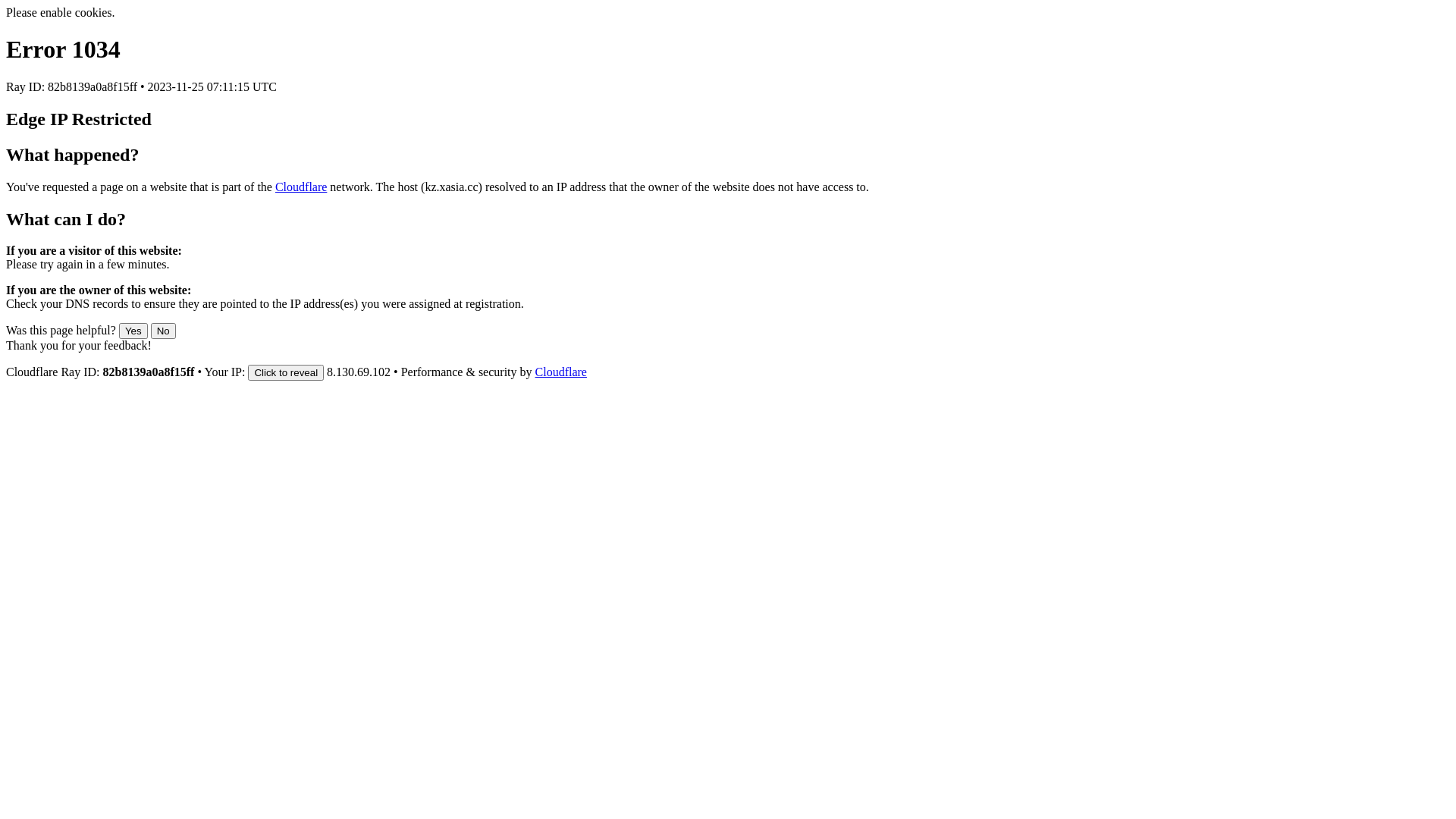 The width and height of the screenshot is (1456, 819). Describe the element at coordinates (133, 330) in the screenshot. I see `'Yes'` at that location.